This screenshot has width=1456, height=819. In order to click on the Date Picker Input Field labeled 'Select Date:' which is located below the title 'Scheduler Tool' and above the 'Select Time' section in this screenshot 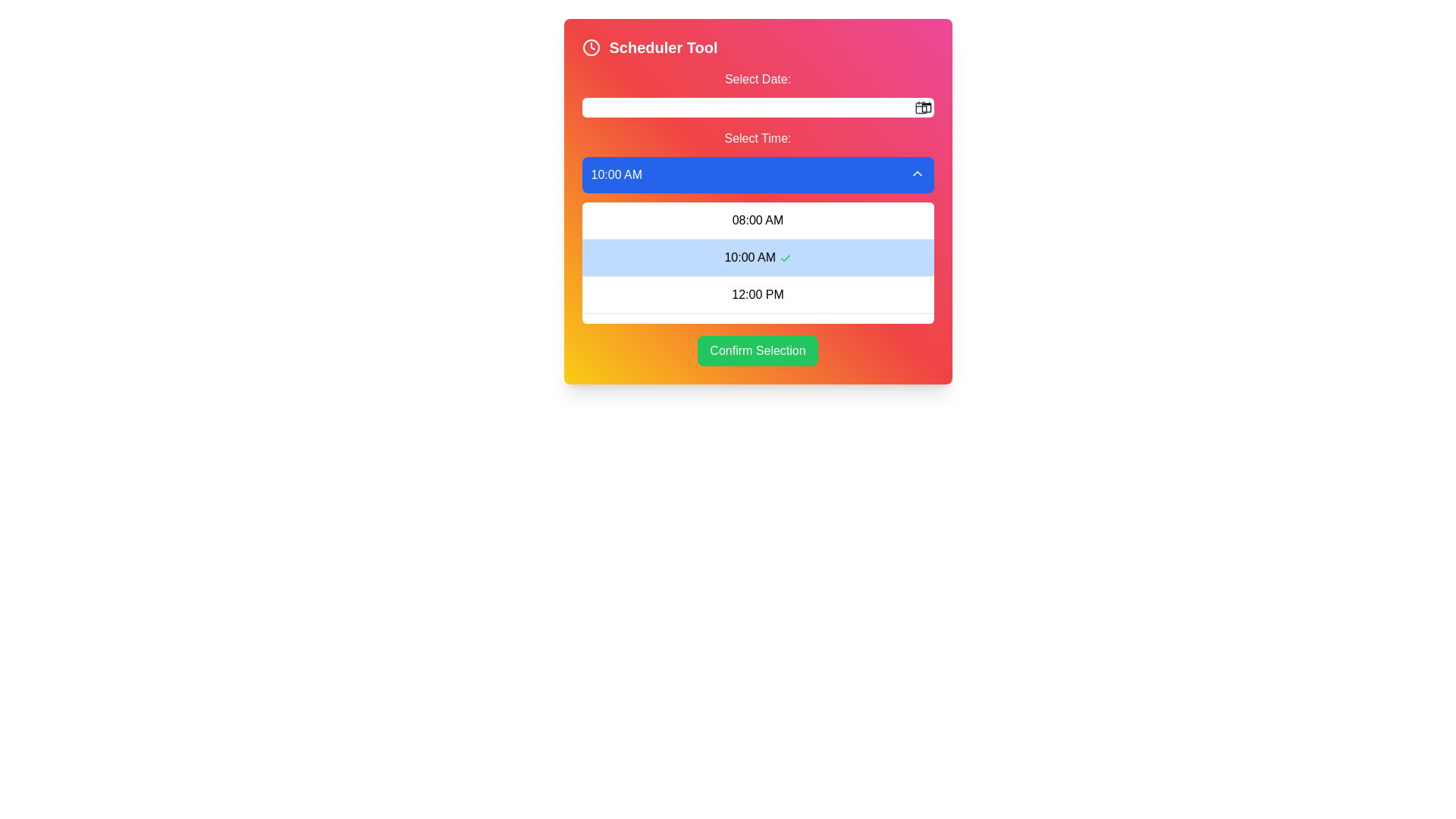, I will do `click(758, 93)`.